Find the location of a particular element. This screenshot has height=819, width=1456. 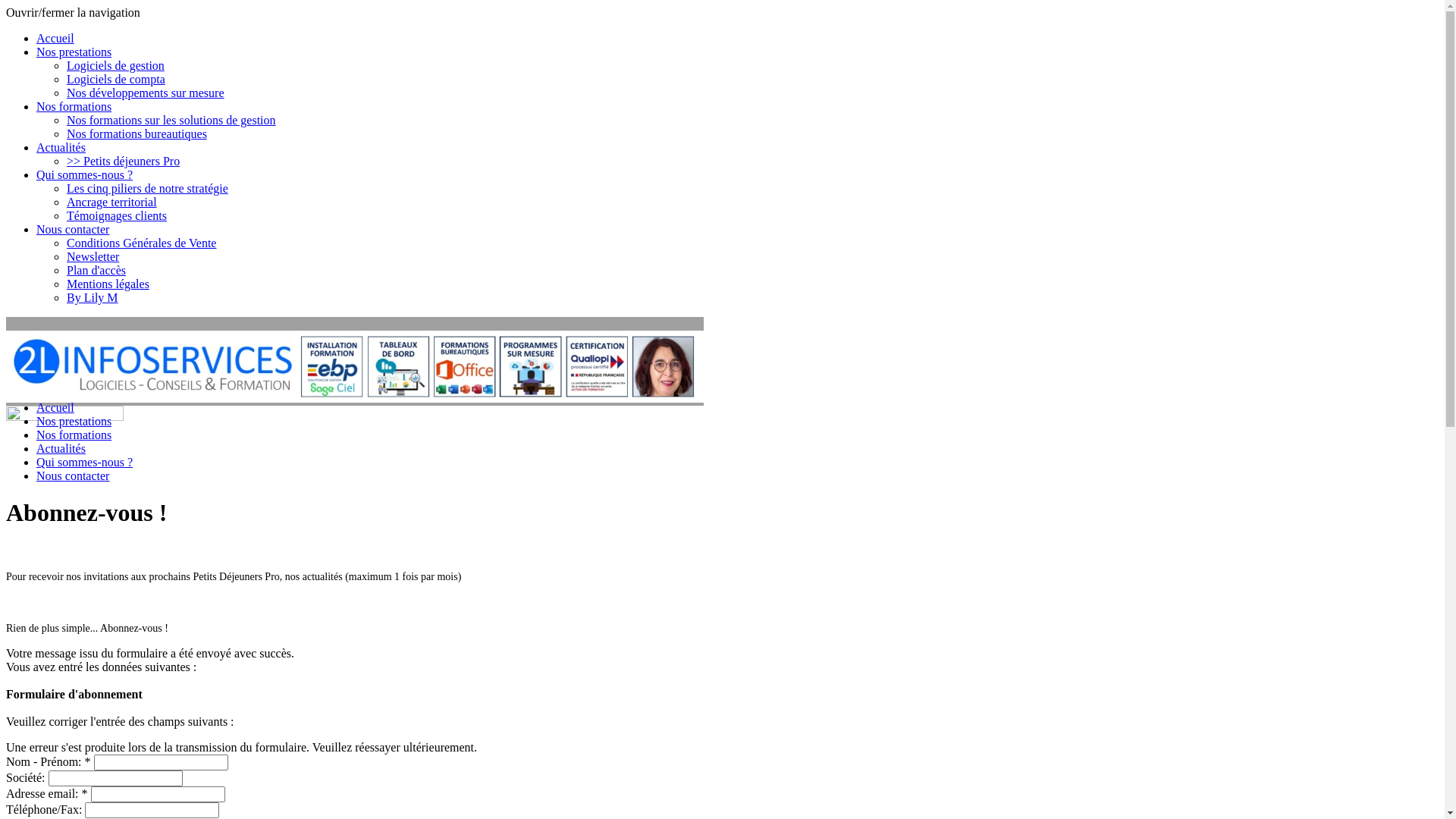

'Nos prestations' is located at coordinates (73, 51).